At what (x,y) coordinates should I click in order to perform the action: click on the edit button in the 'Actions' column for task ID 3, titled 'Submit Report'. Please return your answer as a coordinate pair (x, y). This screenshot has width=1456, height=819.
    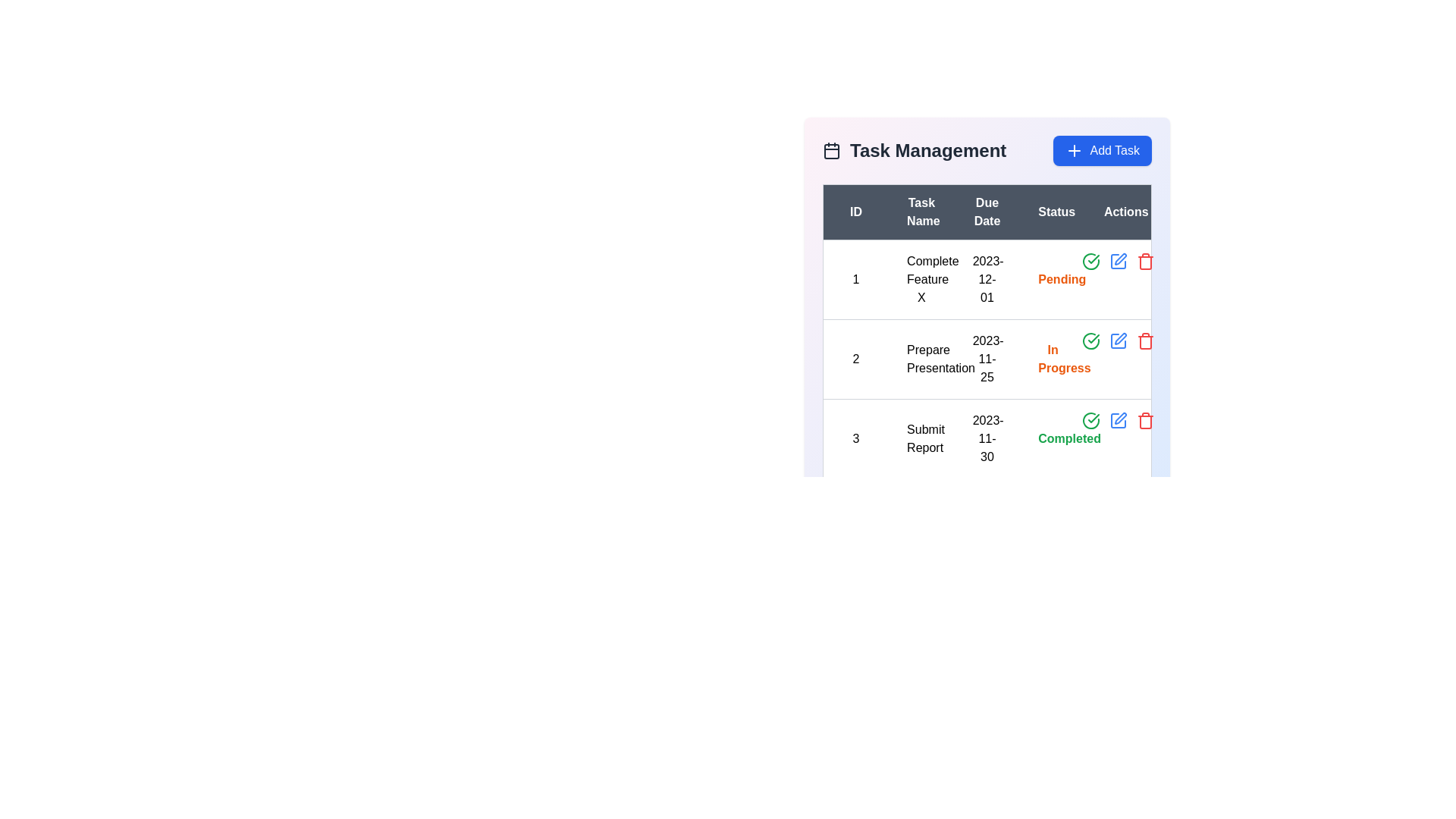
    Looking at the image, I should click on (1118, 421).